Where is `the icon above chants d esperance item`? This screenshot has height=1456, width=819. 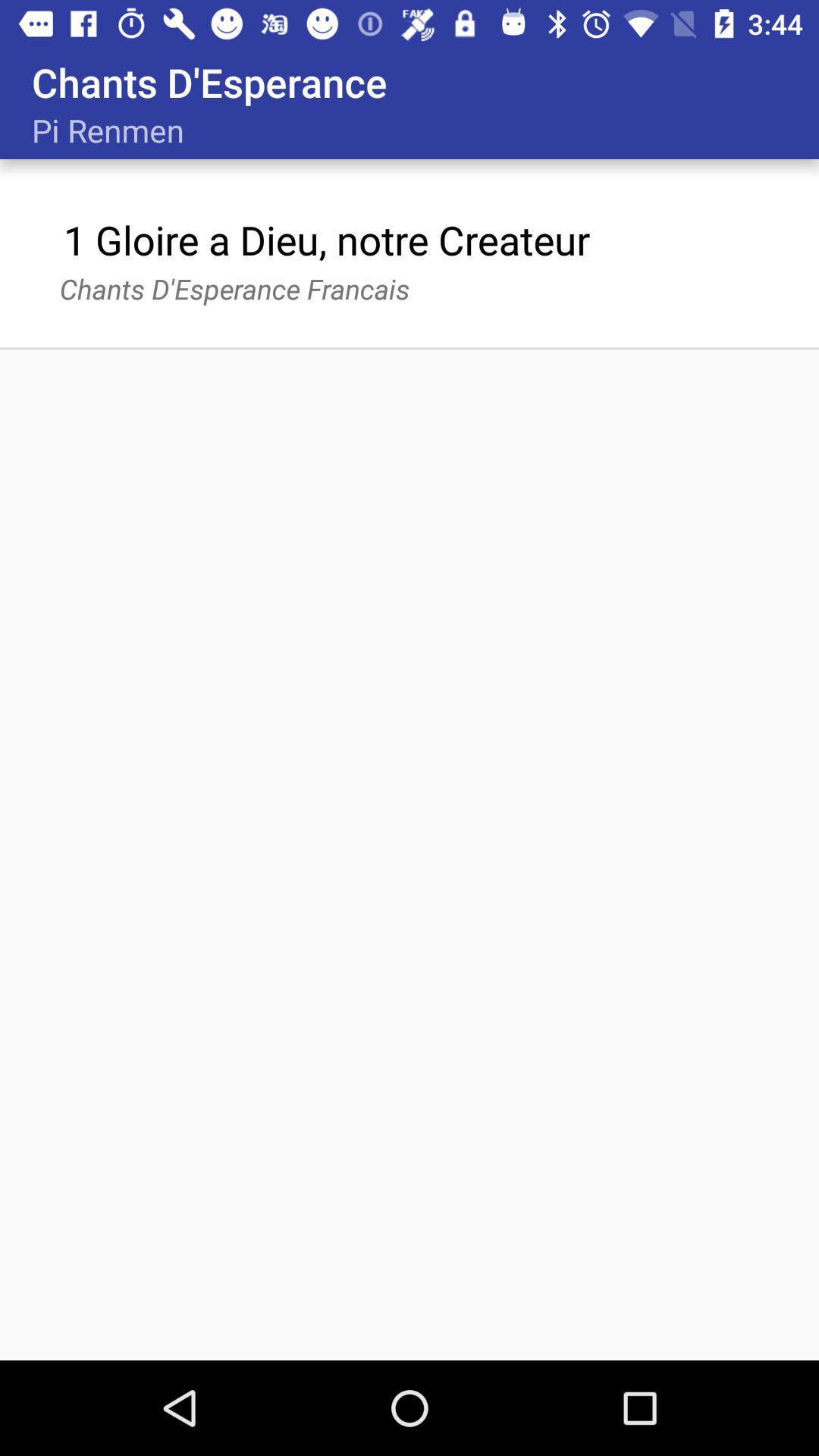
the icon above chants d esperance item is located at coordinates (326, 239).